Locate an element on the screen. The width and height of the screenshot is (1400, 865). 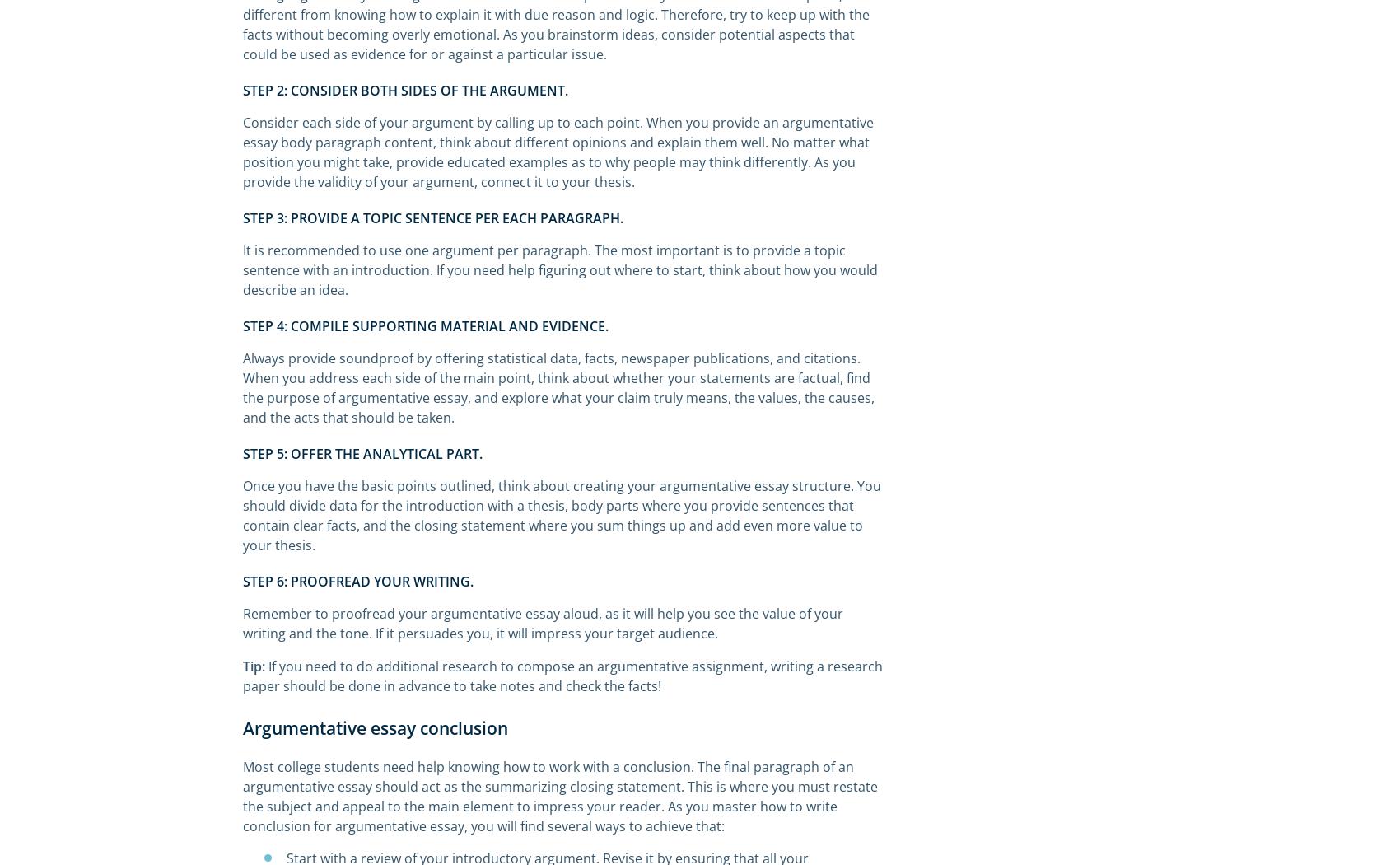
'Always provide soundproof by offering statistical data, facts, newspaper publications, and citations. When you address each side of the main point, think about whether your statements are factual, find the purpose of argumentative essay, and explore what your claim truly means, the values, the causes, and the acts that should be taken.' is located at coordinates (558, 388).